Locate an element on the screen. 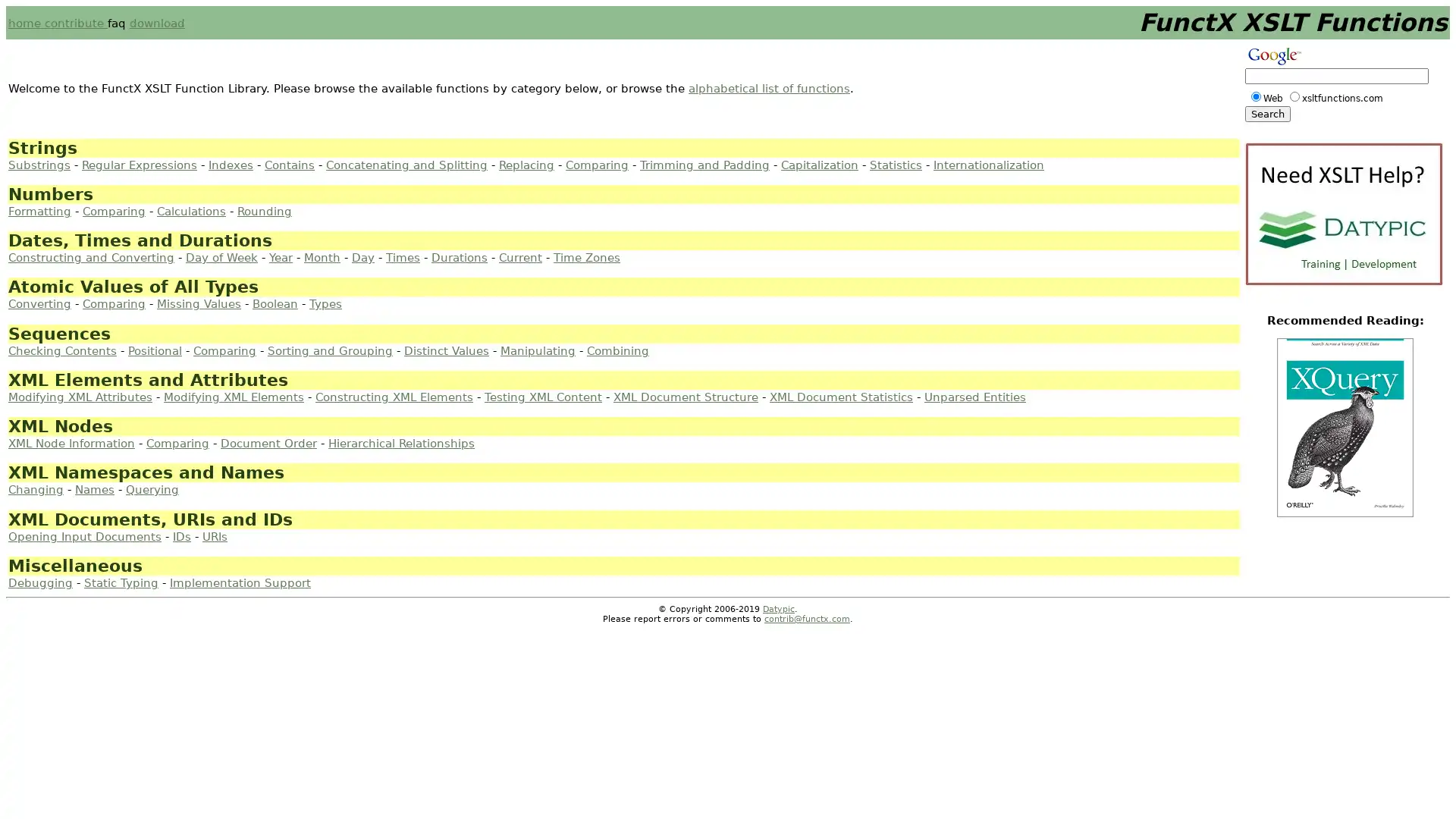 This screenshot has height=819, width=1456. Search is located at coordinates (1267, 113).